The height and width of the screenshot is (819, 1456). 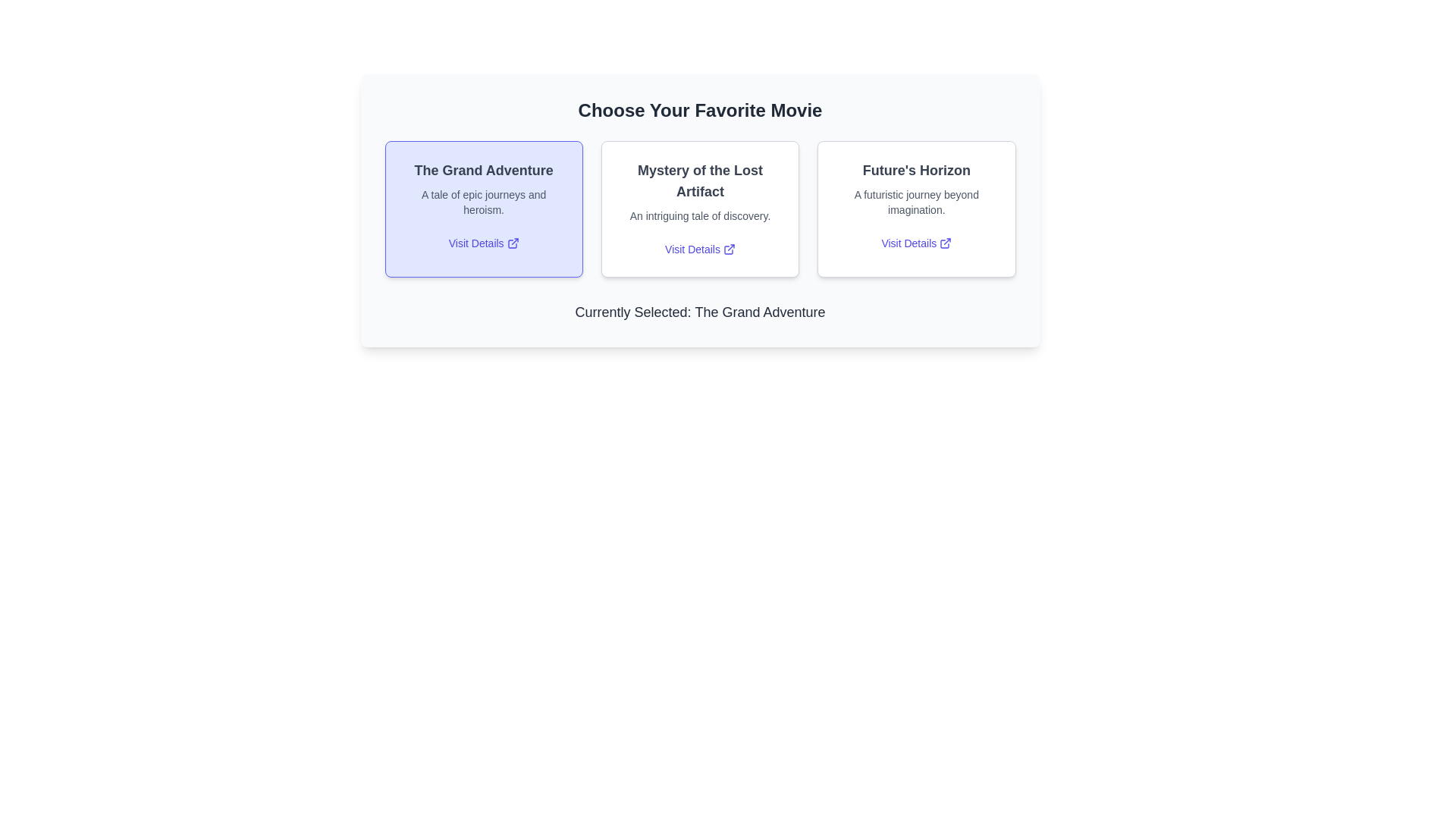 What do you see at coordinates (760, 312) in the screenshot?
I see `the text label indicating the current selection, which highlights 'The Grand Adventure' in the movie selector feature` at bounding box center [760, 312].